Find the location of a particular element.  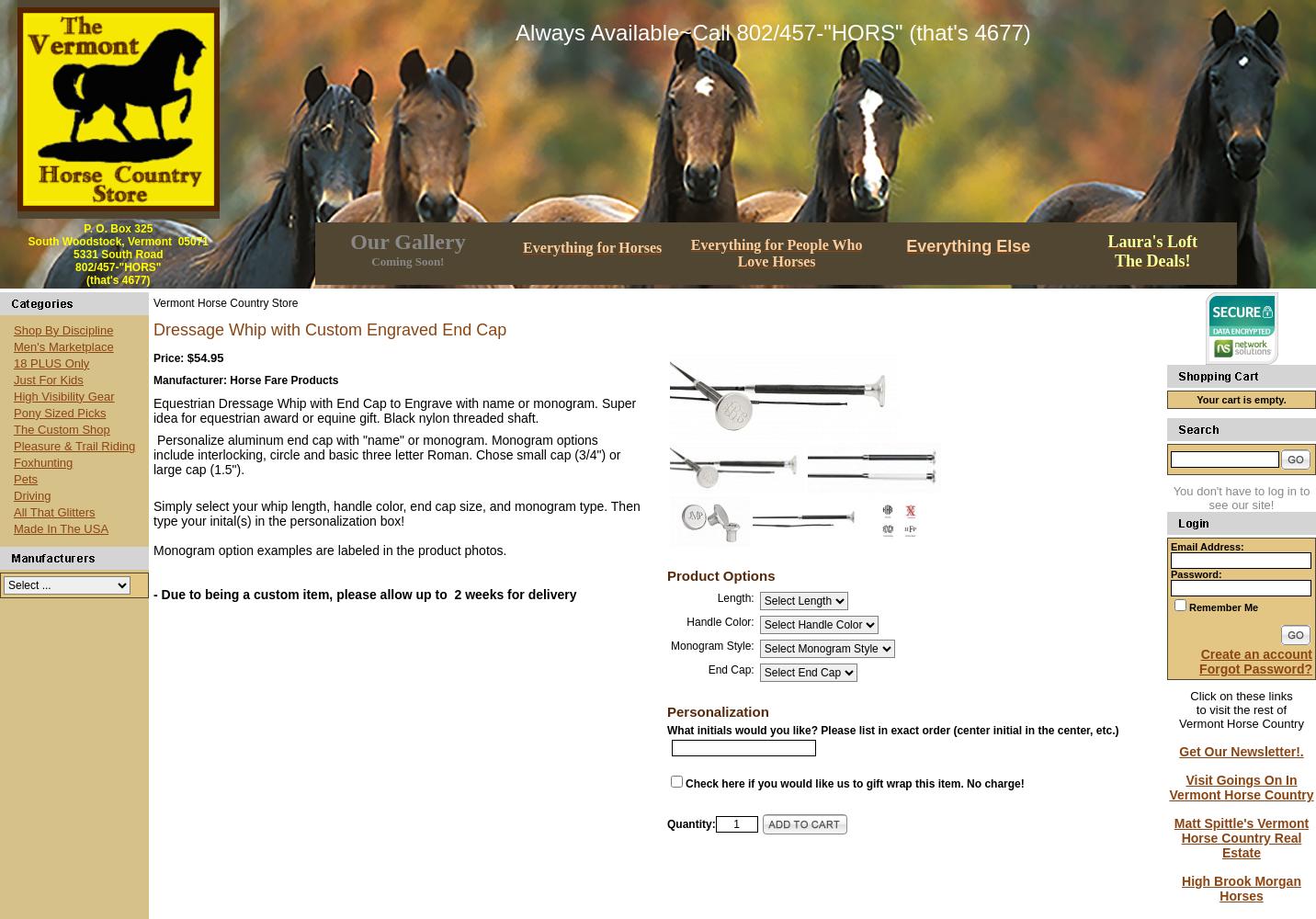

'Laura's Loft' is located at coordinates (1152, 242).